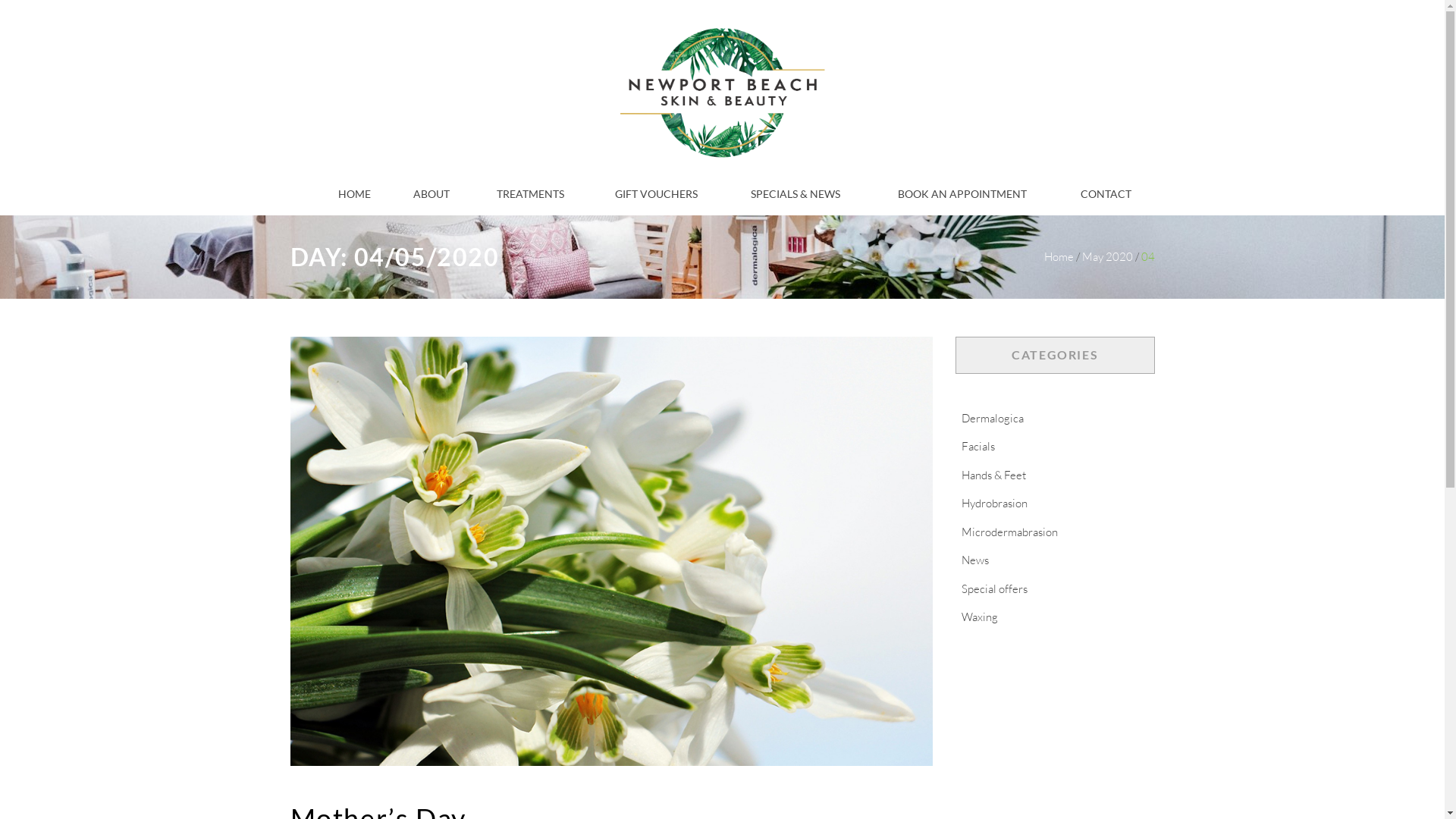 This screenshot has height=819, width=1456. Describe the element at coordinates (954, 617) in the screenshot. I see `'Waxing'` at that location.